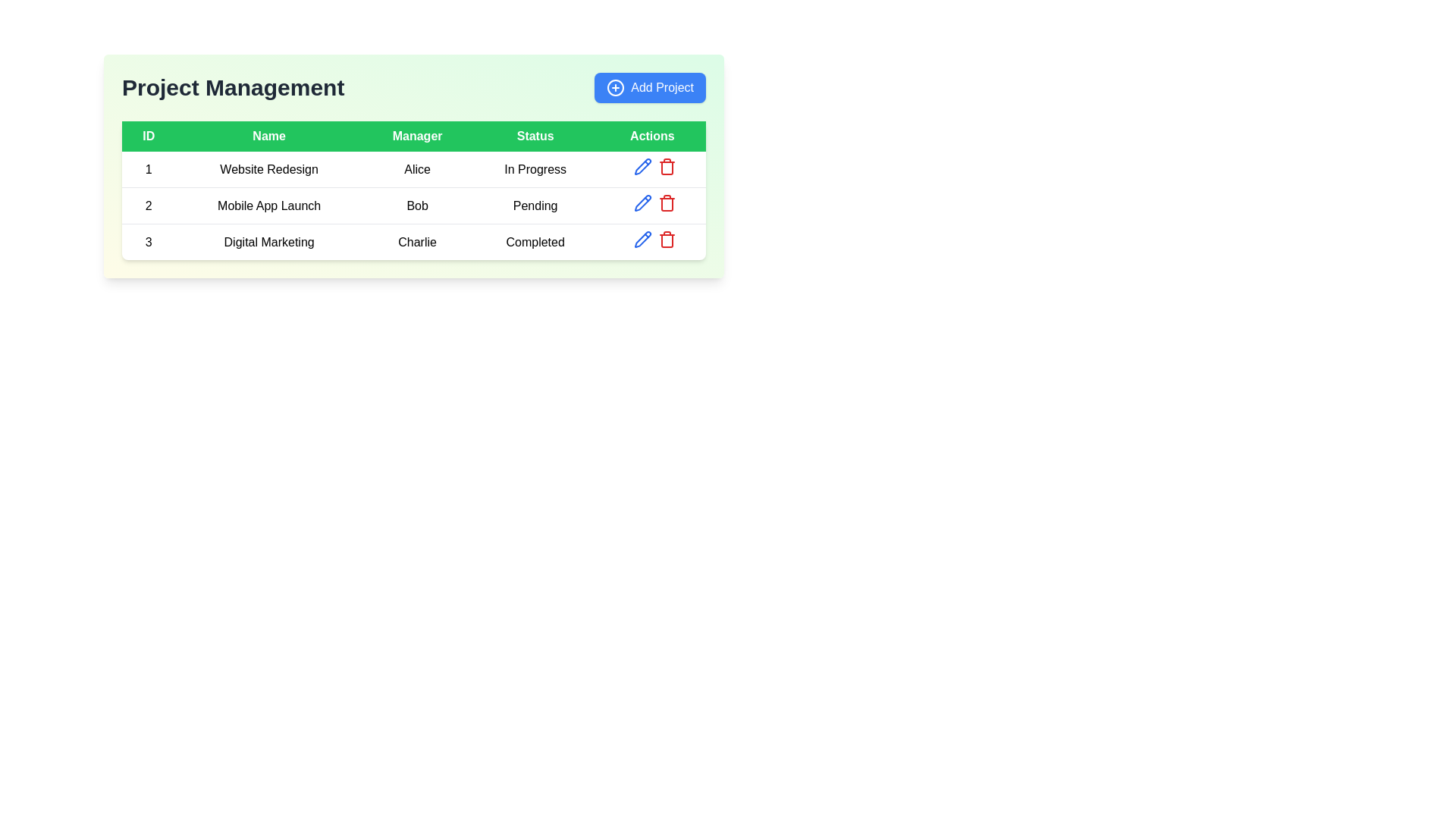 This screenshot has height=819, width=1456. What do you see at coordinates (417, 241) in the screenshot?
I see `the text element that represents the manager associated with the project 'Digital Marketing' in the Project Management section, located in the third row and third column of the table` at bounding box center [417, 241].